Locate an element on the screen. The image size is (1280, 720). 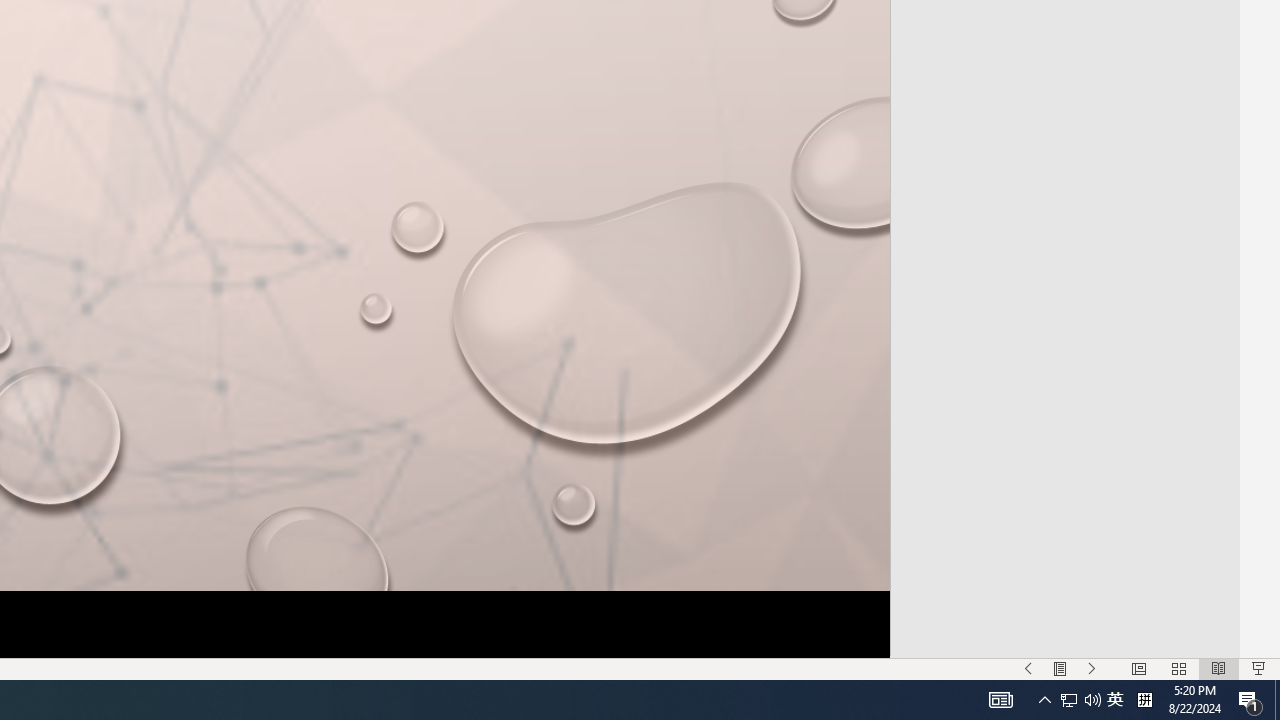
'Slide Show Previous On' is located at coordinates (1028, 669).